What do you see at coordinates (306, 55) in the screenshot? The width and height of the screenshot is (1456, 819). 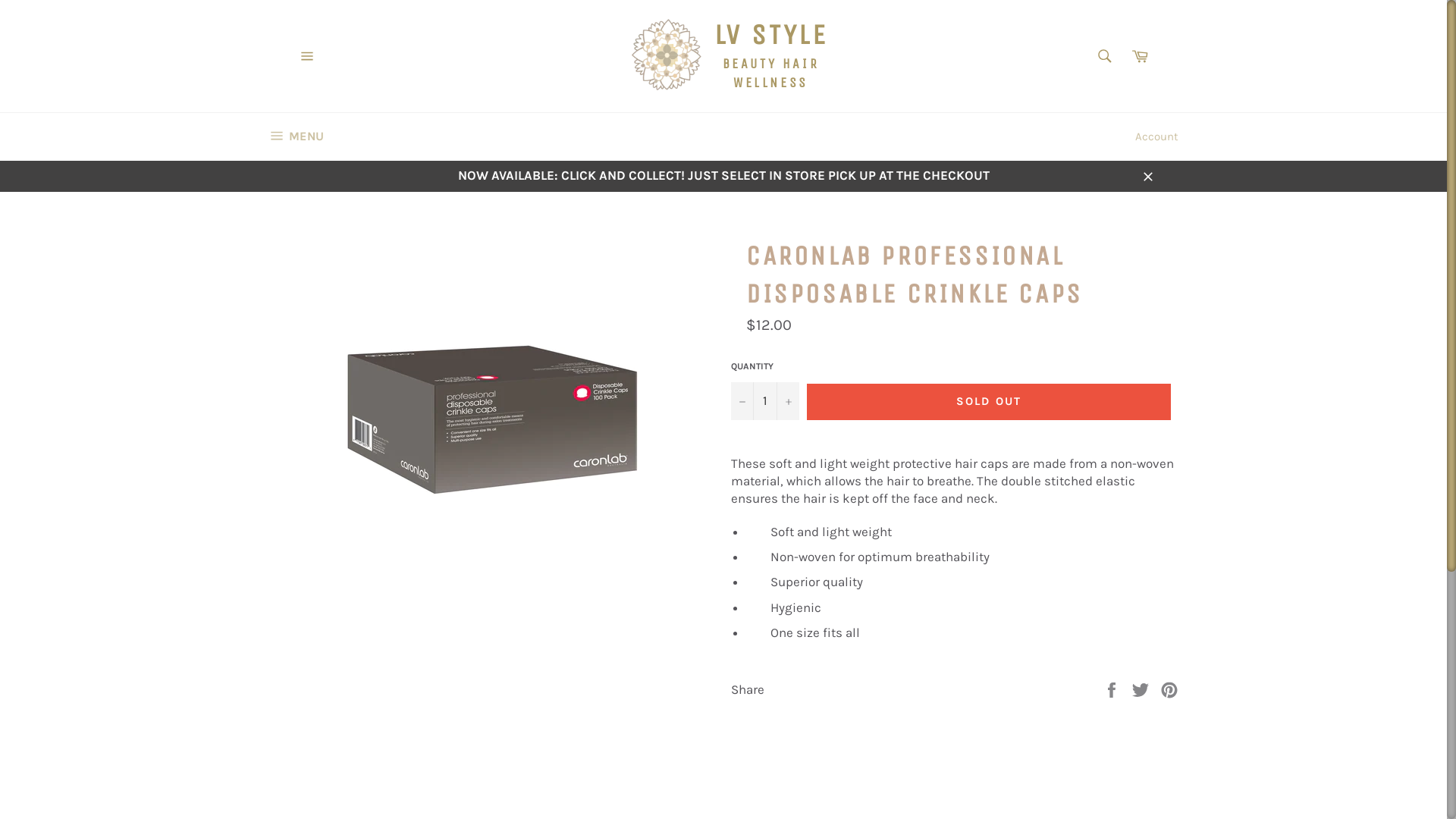 I see `'Site navigation'` at bounding box center [306, 55].